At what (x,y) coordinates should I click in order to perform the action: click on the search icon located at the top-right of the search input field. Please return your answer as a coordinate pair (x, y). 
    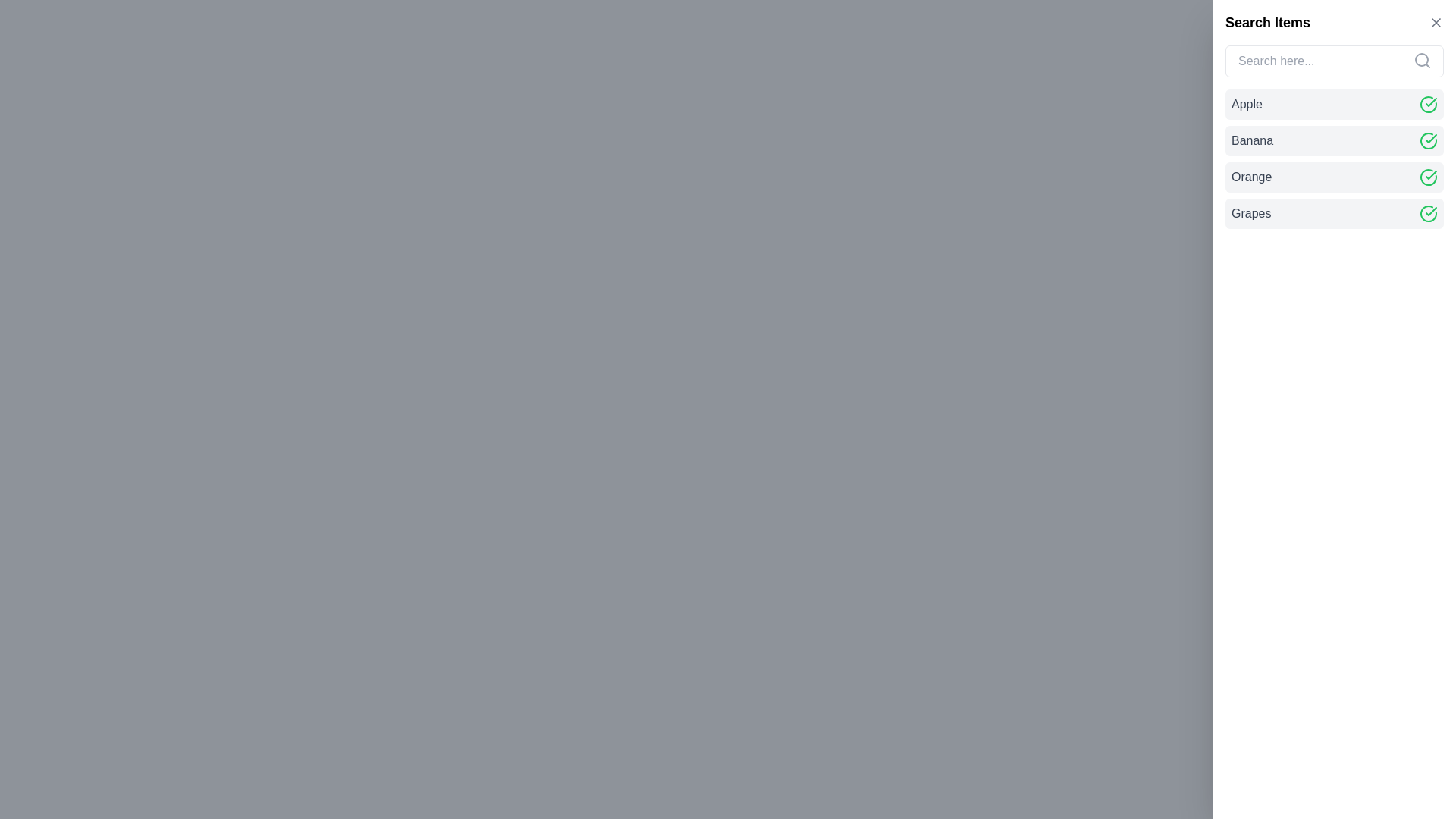
    Looking at the image, I should click on (1422, 60).